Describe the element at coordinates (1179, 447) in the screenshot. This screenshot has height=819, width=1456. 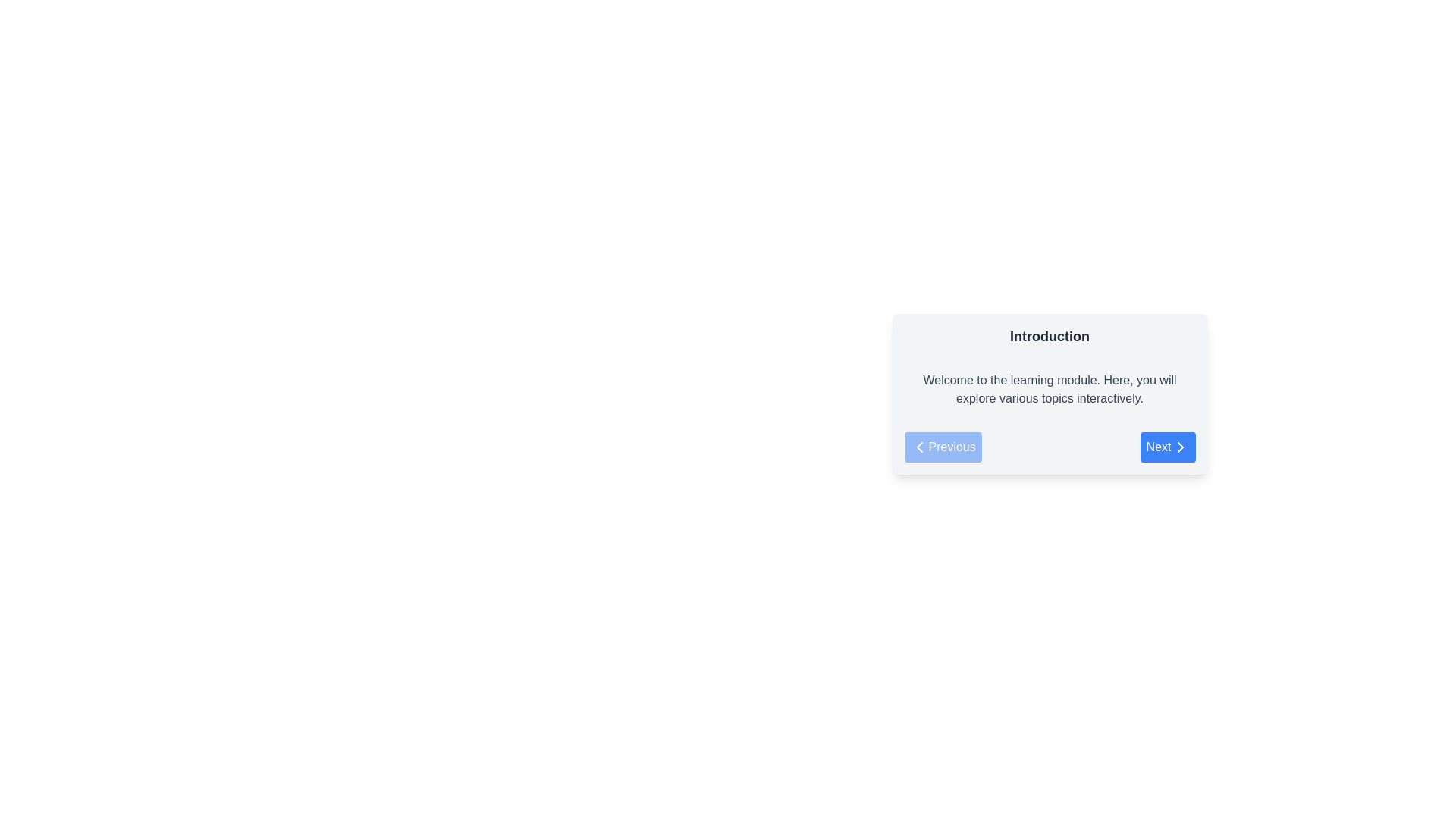
I see `the chevron right icon within the blue 'Next' button at the bottom-right of the dialog box` at that location.